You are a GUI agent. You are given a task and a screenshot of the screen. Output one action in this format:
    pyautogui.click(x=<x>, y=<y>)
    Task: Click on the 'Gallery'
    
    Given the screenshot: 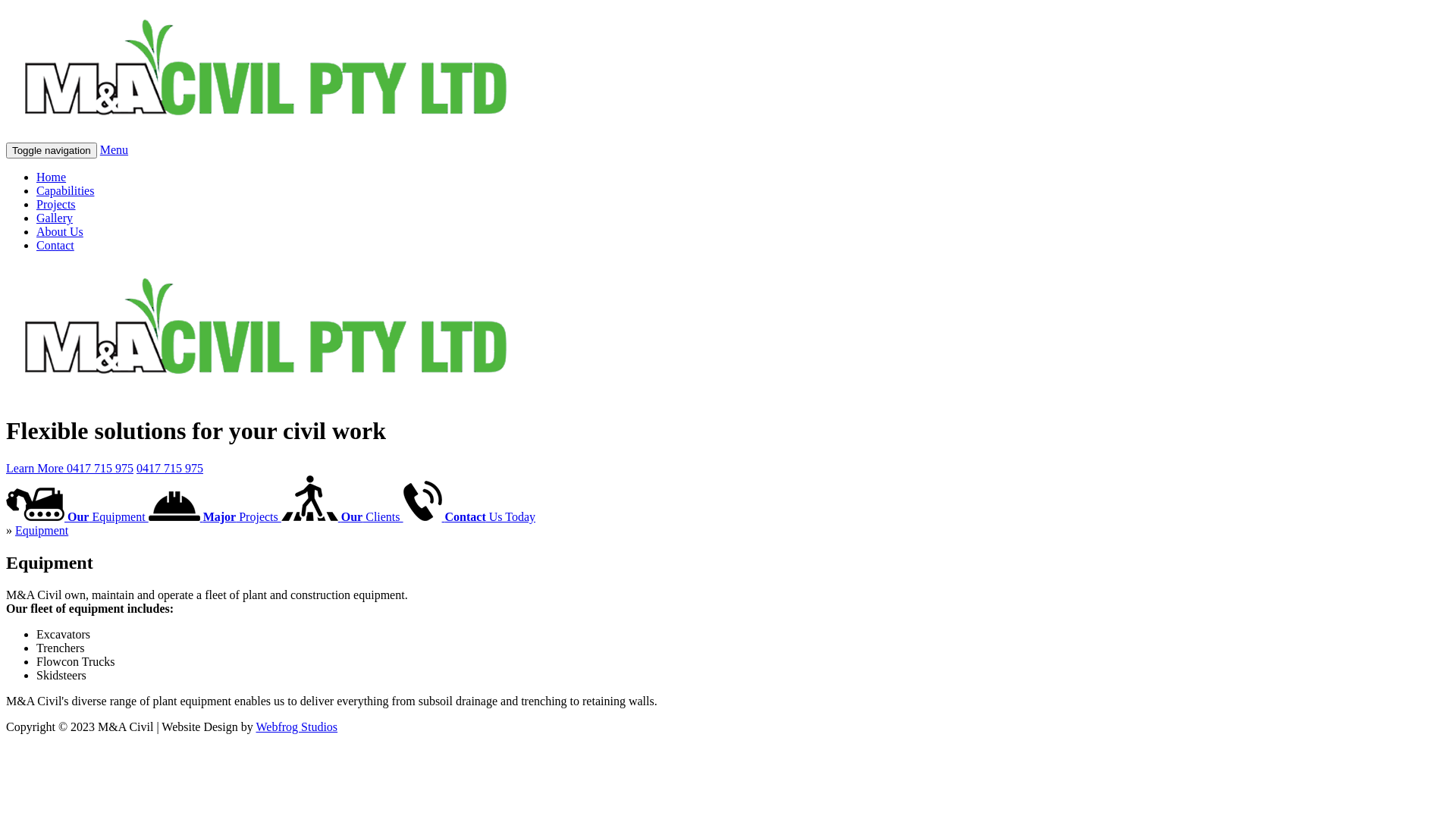 What is the action you would take?
    pyautogui.click(x=55, y=218)
    